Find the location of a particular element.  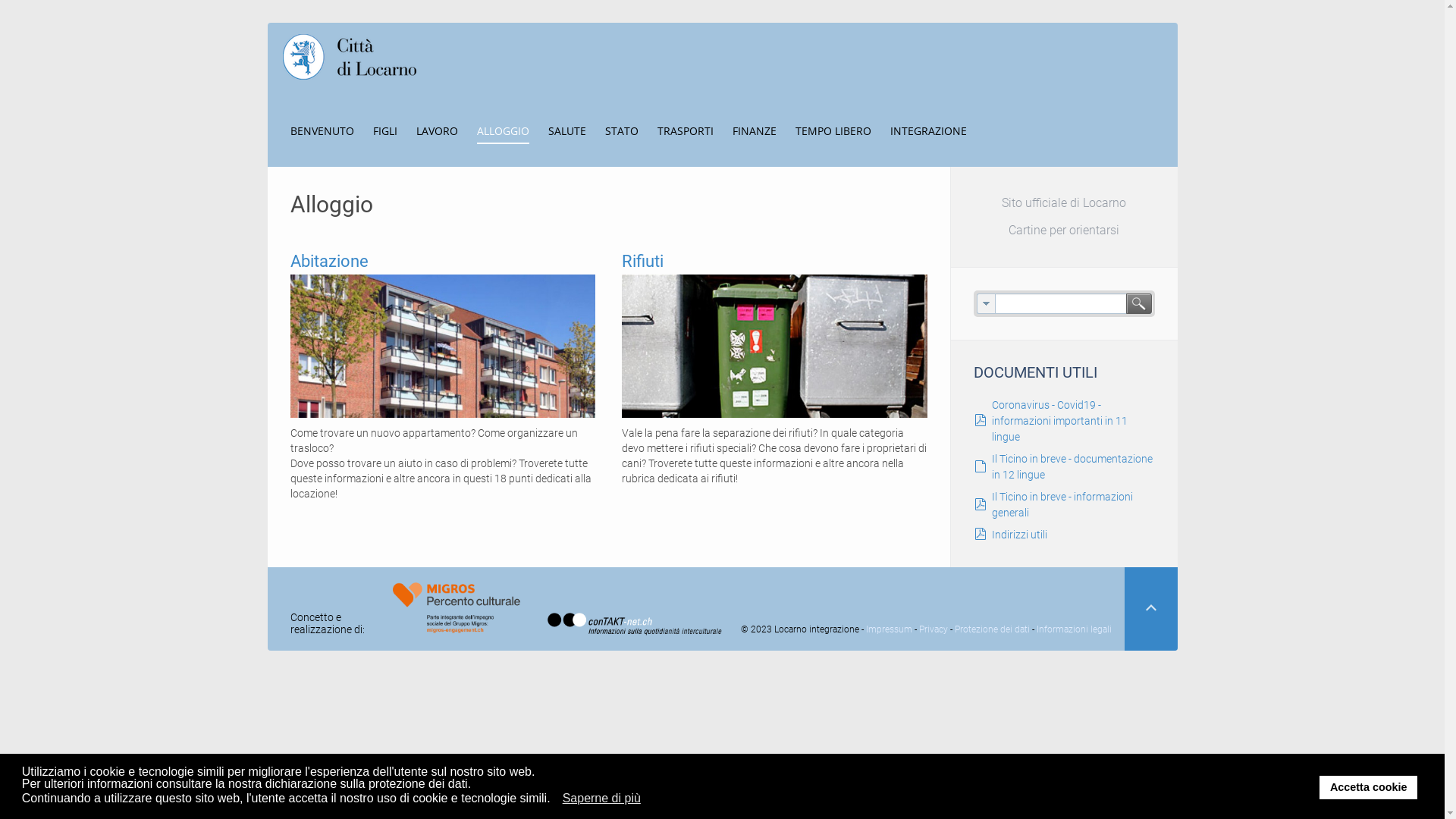

'ALLOGGIO' is located at coordinates (502, 130).